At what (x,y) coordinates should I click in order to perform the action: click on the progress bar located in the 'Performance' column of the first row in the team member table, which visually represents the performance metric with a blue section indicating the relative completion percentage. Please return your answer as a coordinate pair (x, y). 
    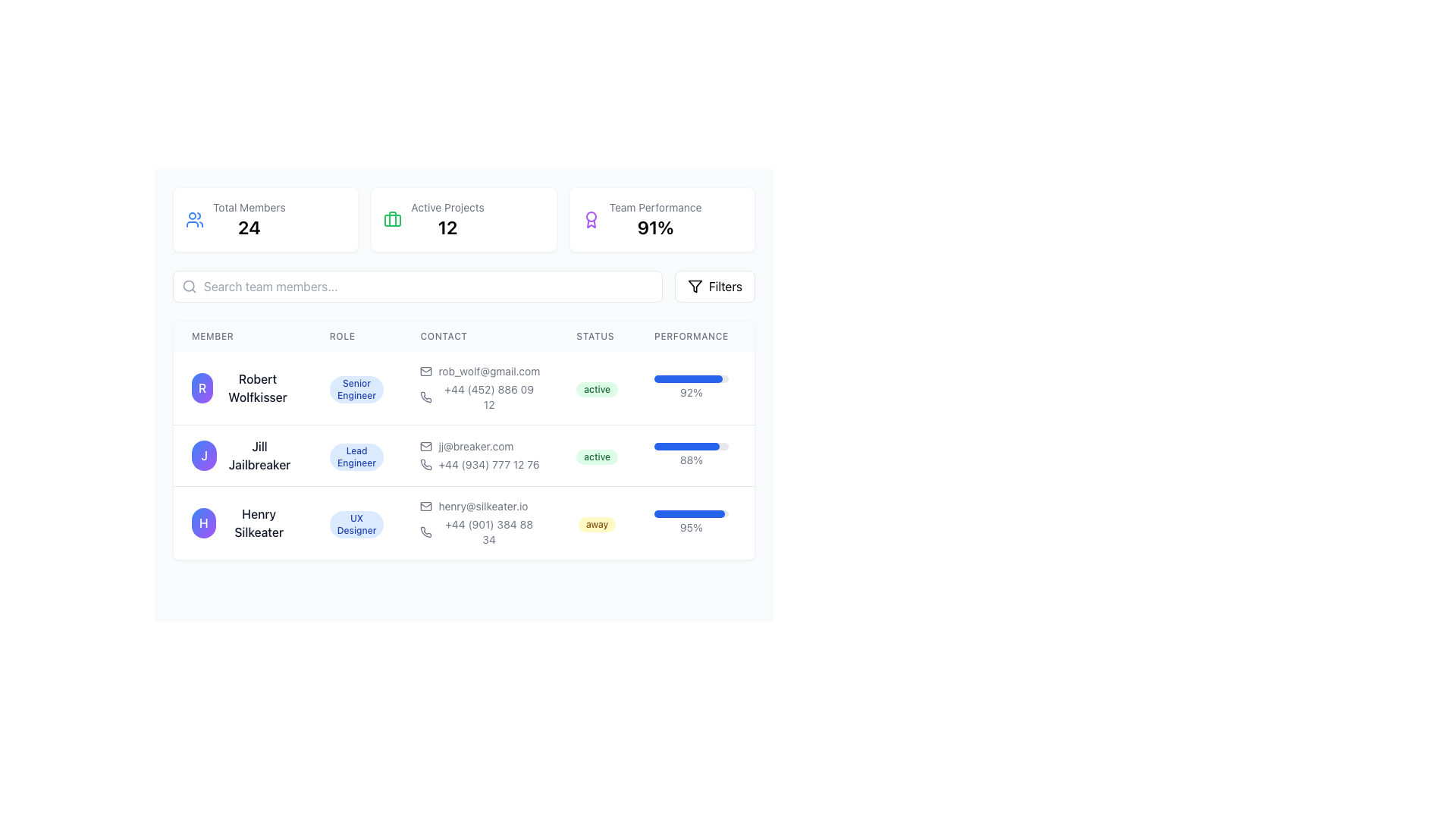
    Looking at the image, I should click on (691, 378).